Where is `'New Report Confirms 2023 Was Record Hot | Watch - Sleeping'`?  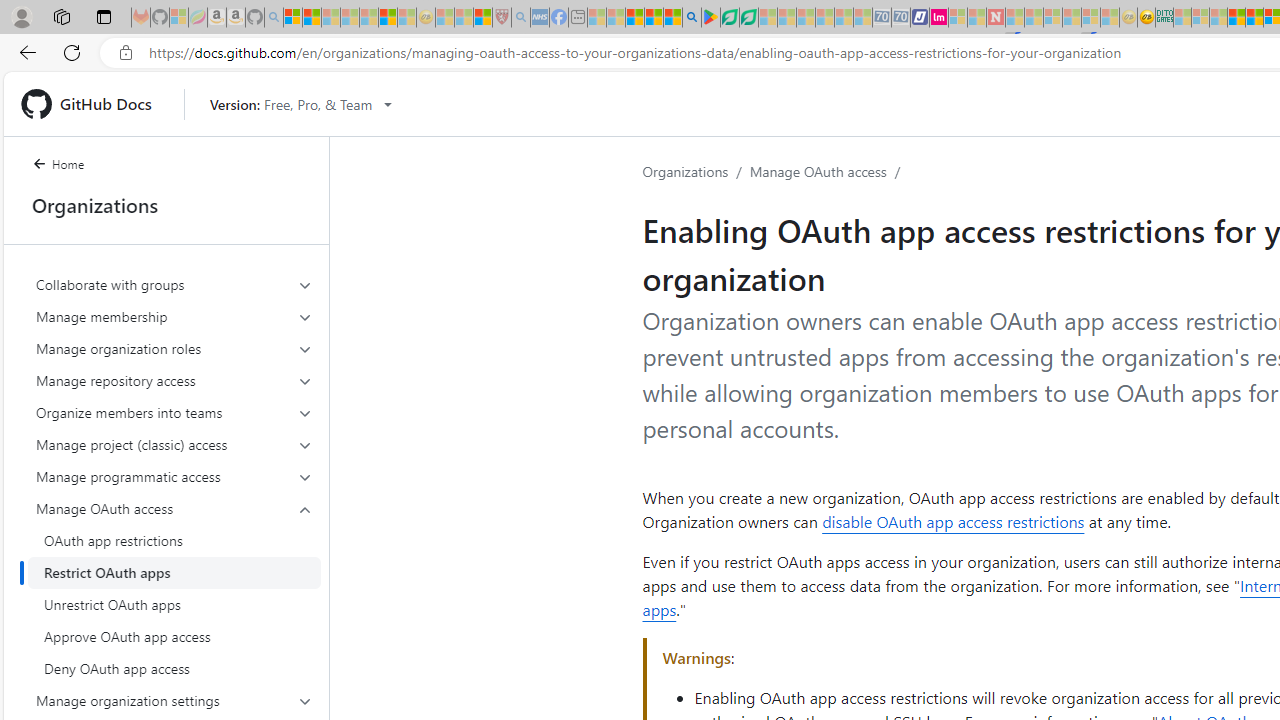 'New Report Confirms 2023 Was Record Hot | Watch - Sleeping' is located at coordinates (368, 17).